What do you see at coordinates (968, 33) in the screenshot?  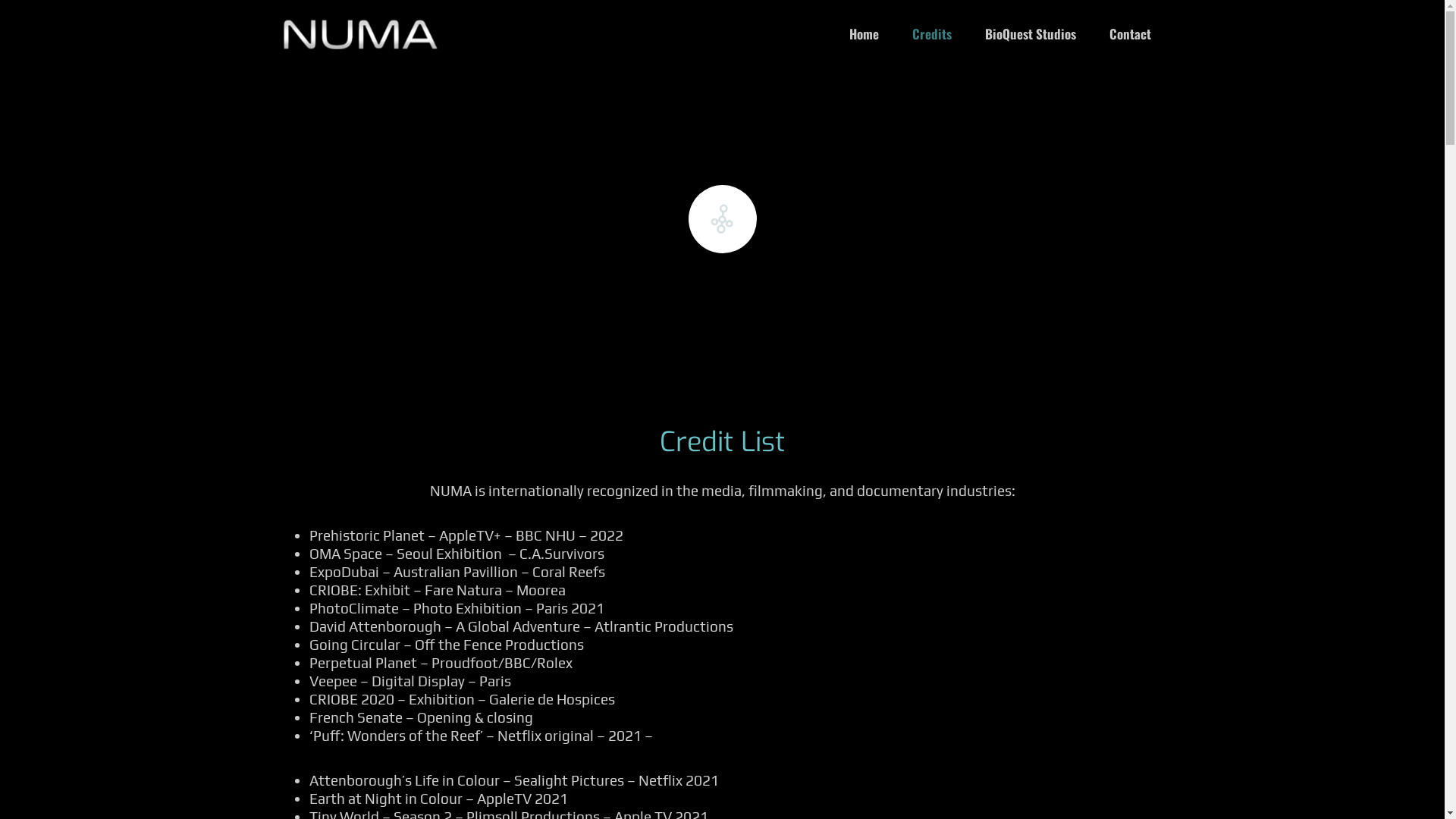 I see `'BioQuest Studios'` at bounding box center [968, 33].